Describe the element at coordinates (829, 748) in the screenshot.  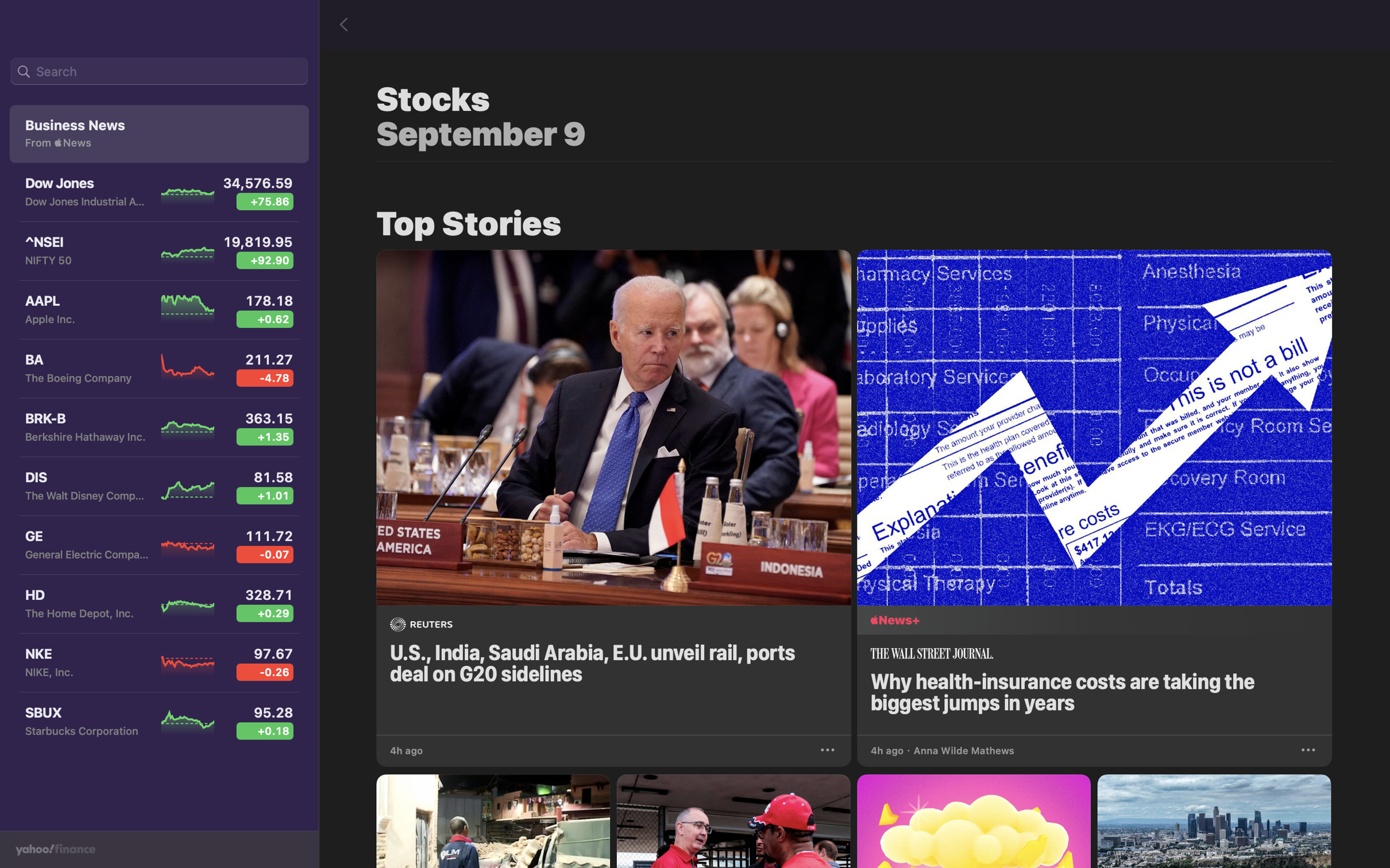
I see `Store the news related to G20` at that location.